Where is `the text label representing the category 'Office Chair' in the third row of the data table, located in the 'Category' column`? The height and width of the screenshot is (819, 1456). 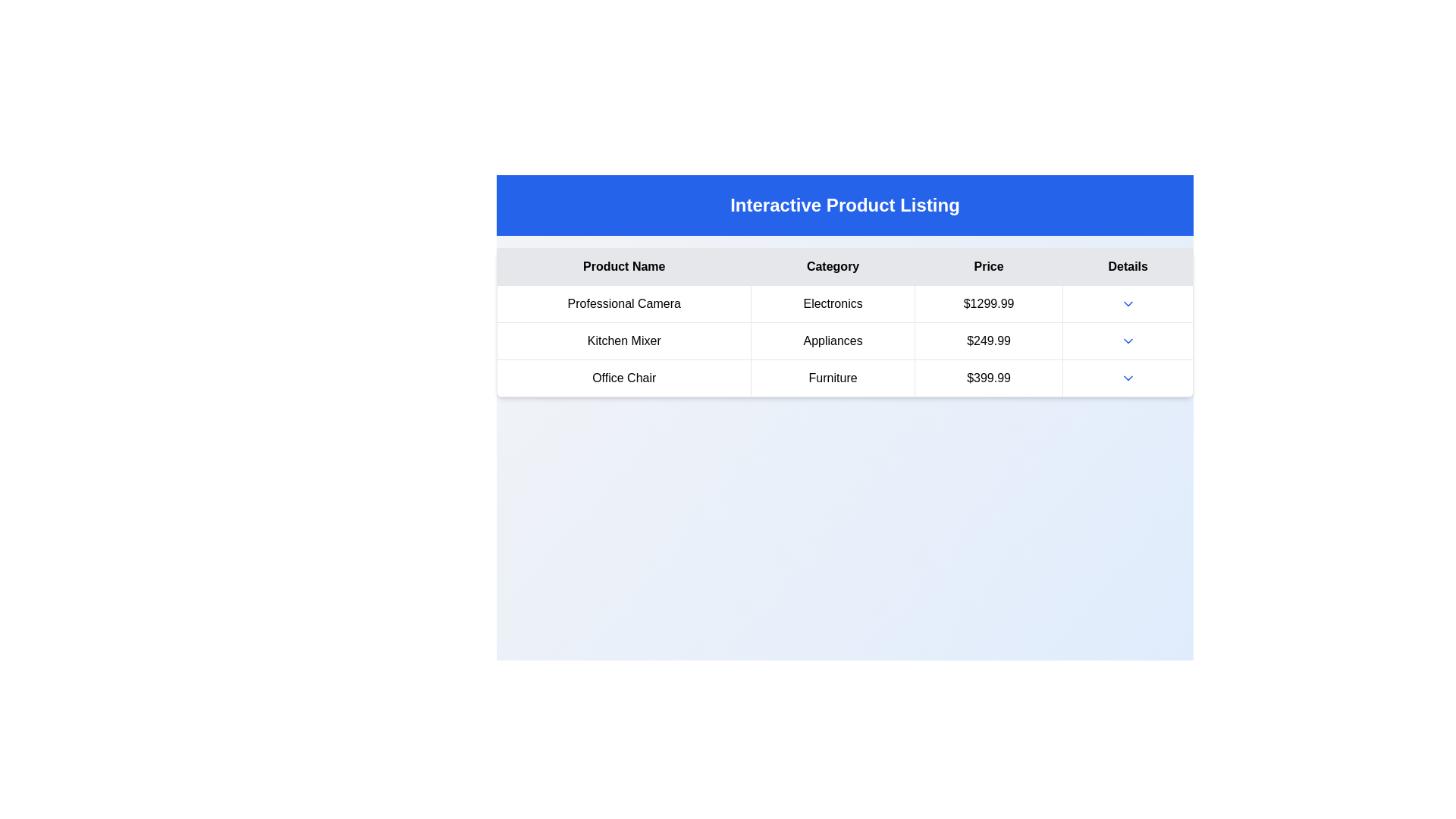 the text label representing the category 'Office Chair' in the third row of the data table, located in the 'Category' column is located at coordinates (832, 377).